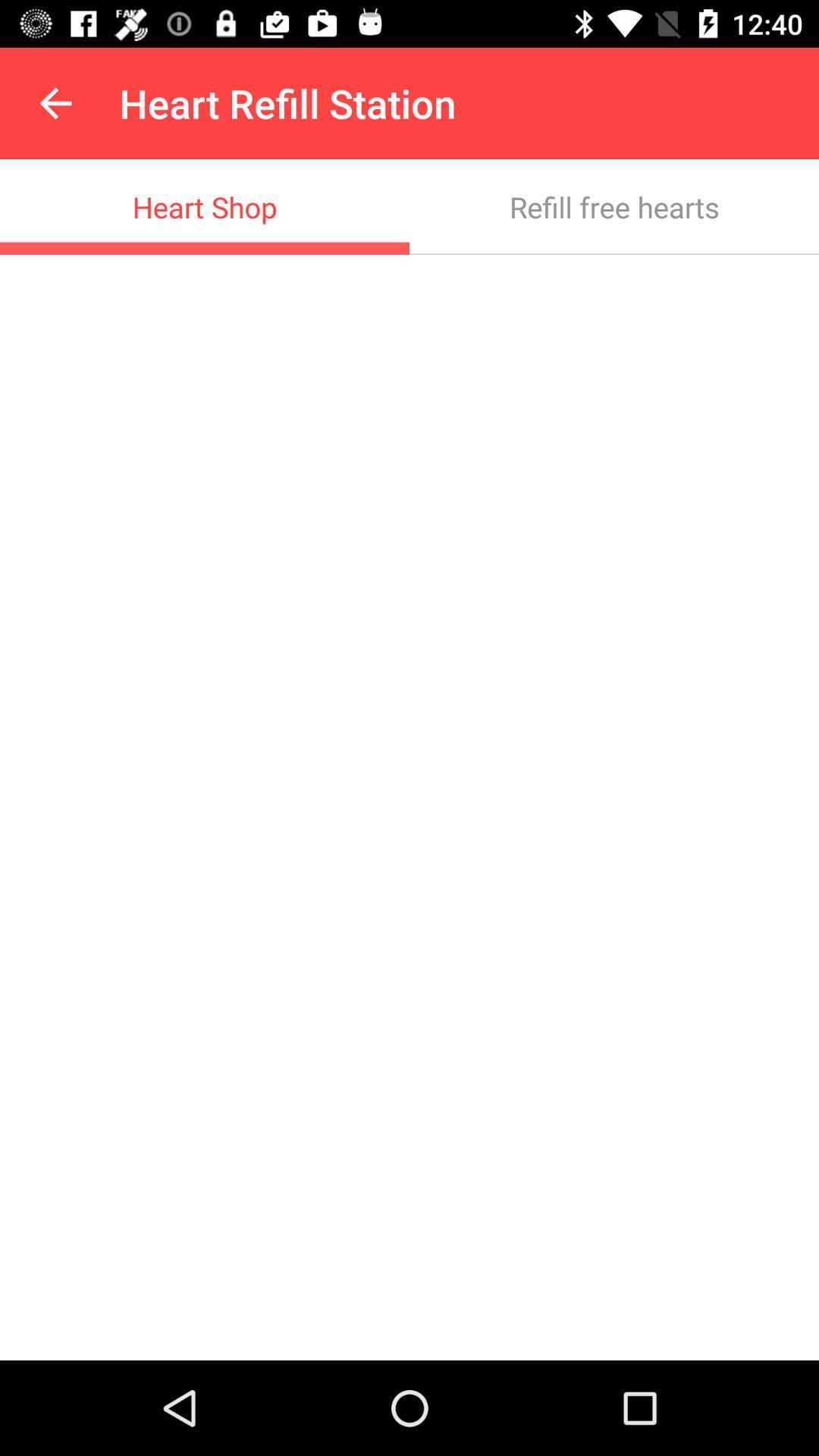 This screenshot has width=819, height=1456. Describe the element at coordinates (205, 206) in the screenshot. I see `the heart shop icon` at that location.